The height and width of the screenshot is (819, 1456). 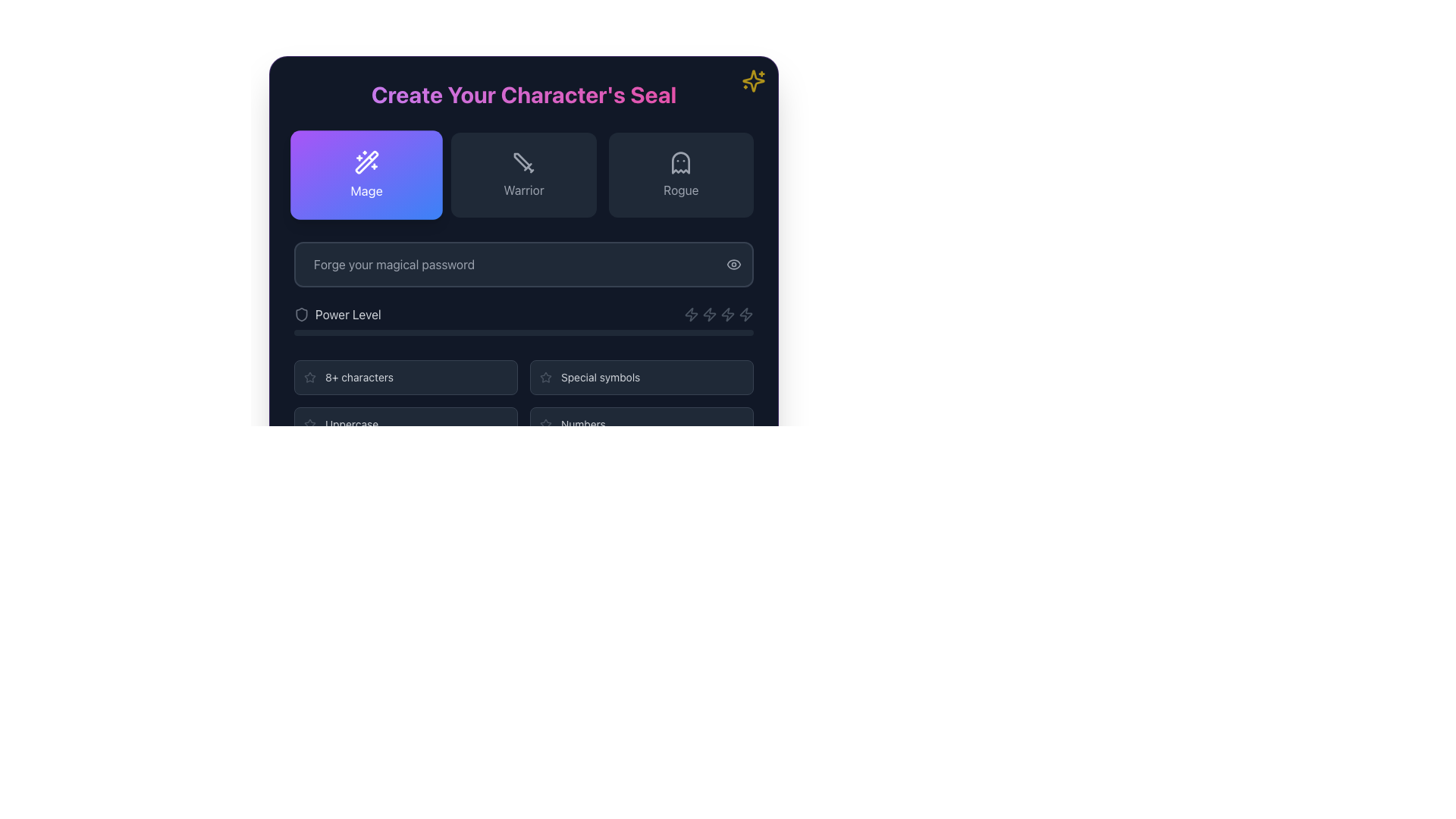 I want to click on the progress bar located near the bottom of the section labeled 'Power Level', which visually represents the power level measurement, so click(x=524, y=332).